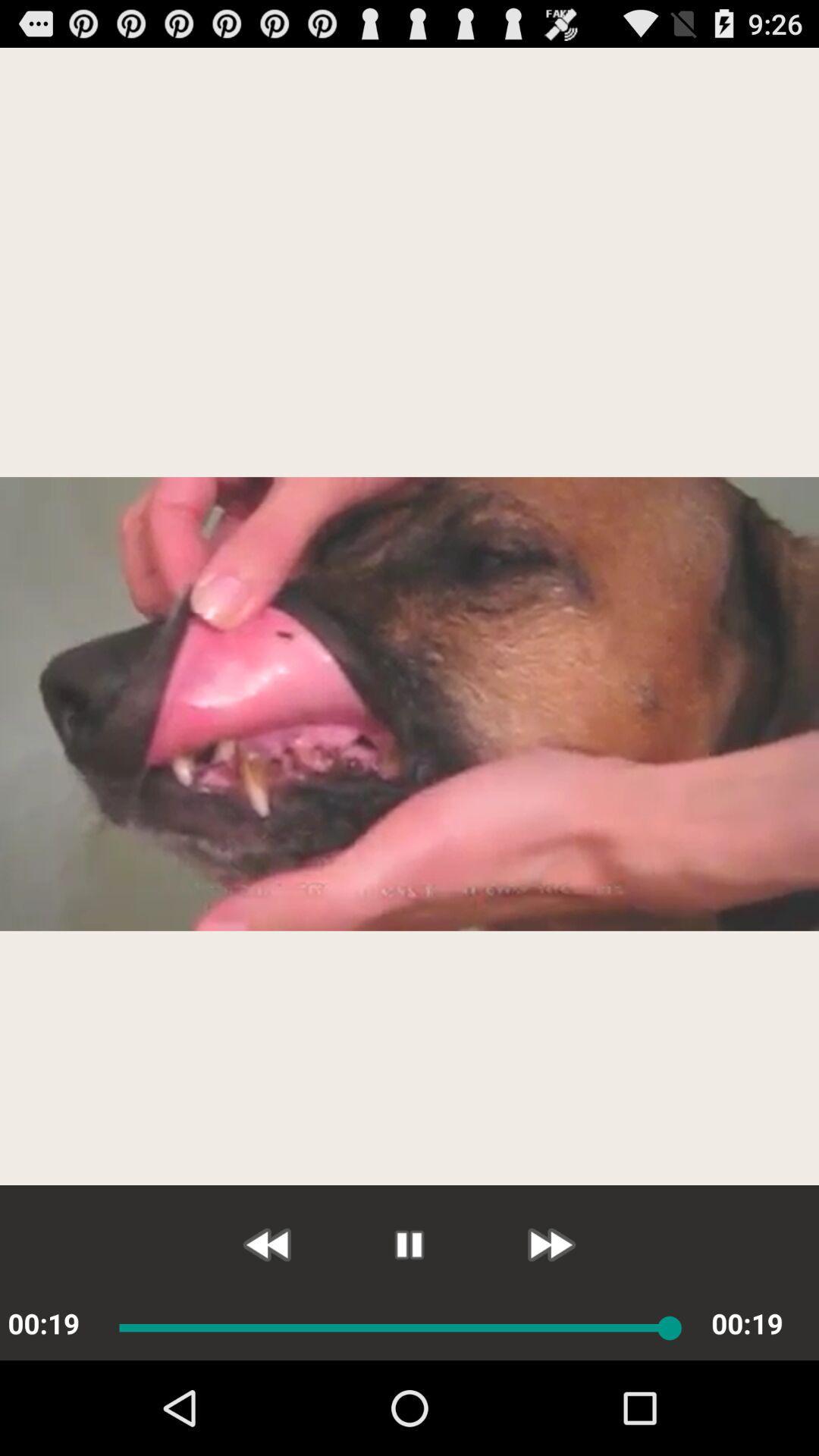  Describe the element at coordinates (408, 1331) in the screenshot. I see `the pause icon` at that location.